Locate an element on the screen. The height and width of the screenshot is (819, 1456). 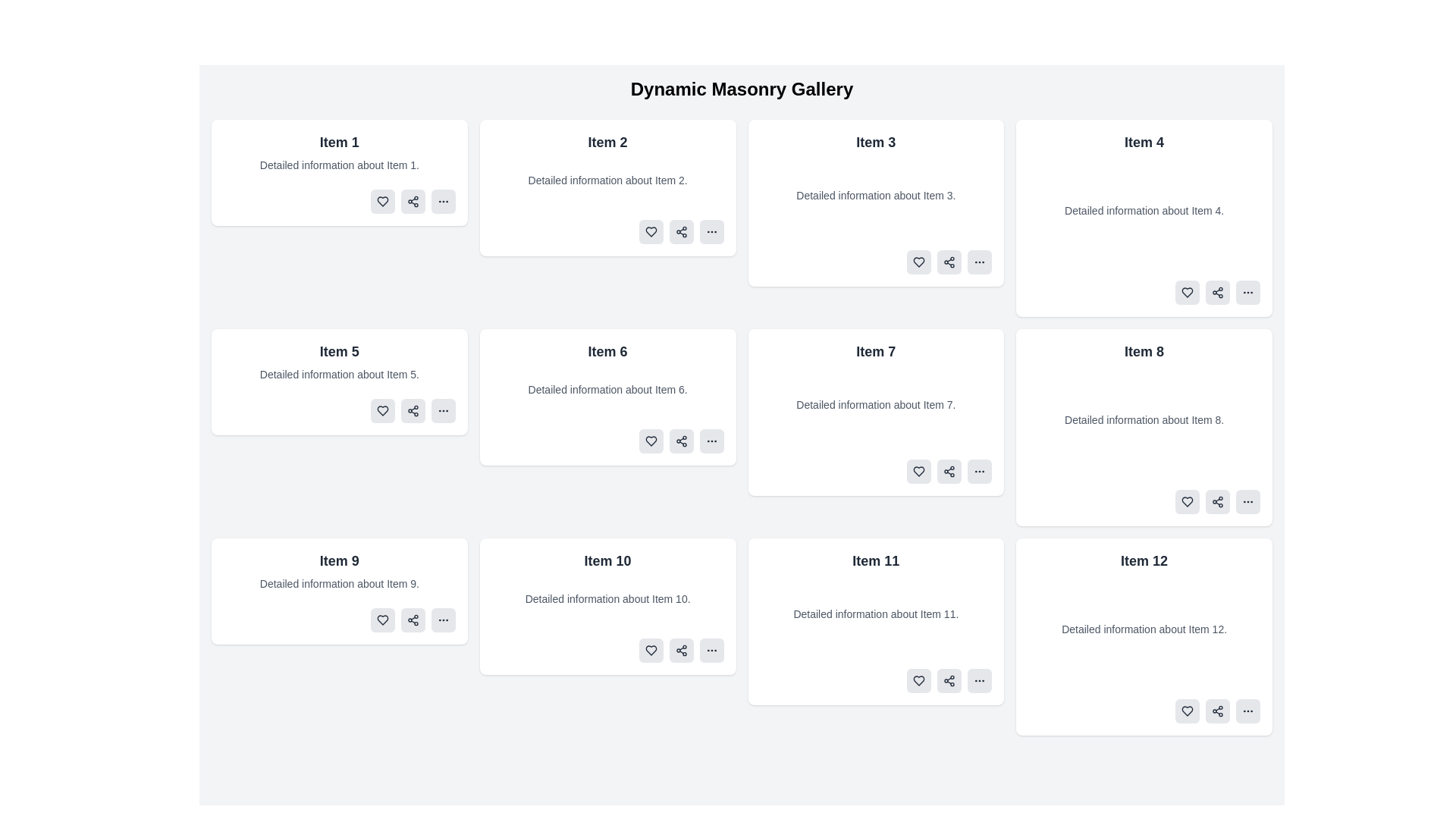
the sharing icon located between the heart icon and the ellipsis menu icon in the footer area of 'Item 12' is located at coordinates (1218, 711).